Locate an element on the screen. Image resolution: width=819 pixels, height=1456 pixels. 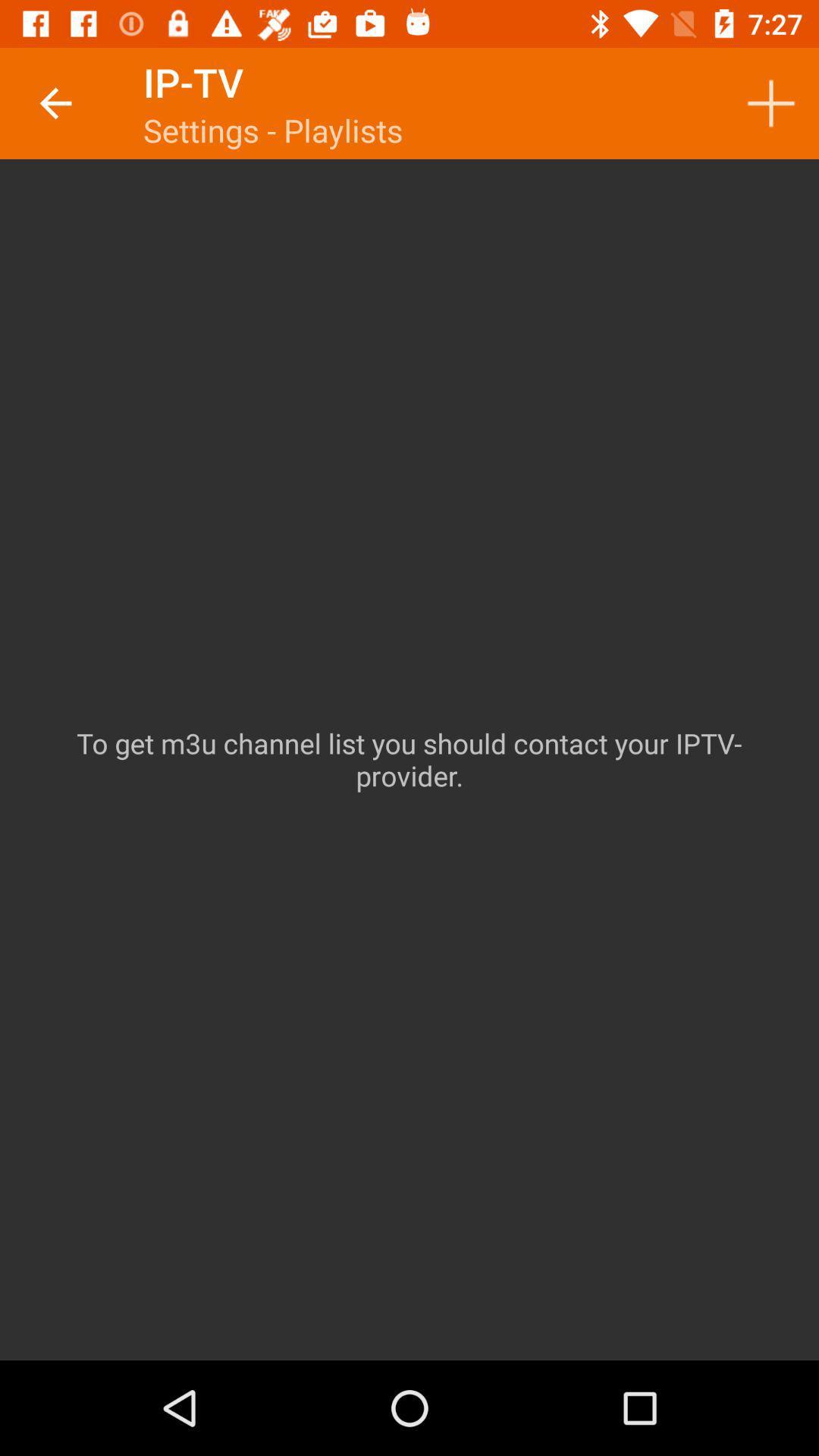
the icon to the left of the ip-tv item is located at coordinates (55, 102).